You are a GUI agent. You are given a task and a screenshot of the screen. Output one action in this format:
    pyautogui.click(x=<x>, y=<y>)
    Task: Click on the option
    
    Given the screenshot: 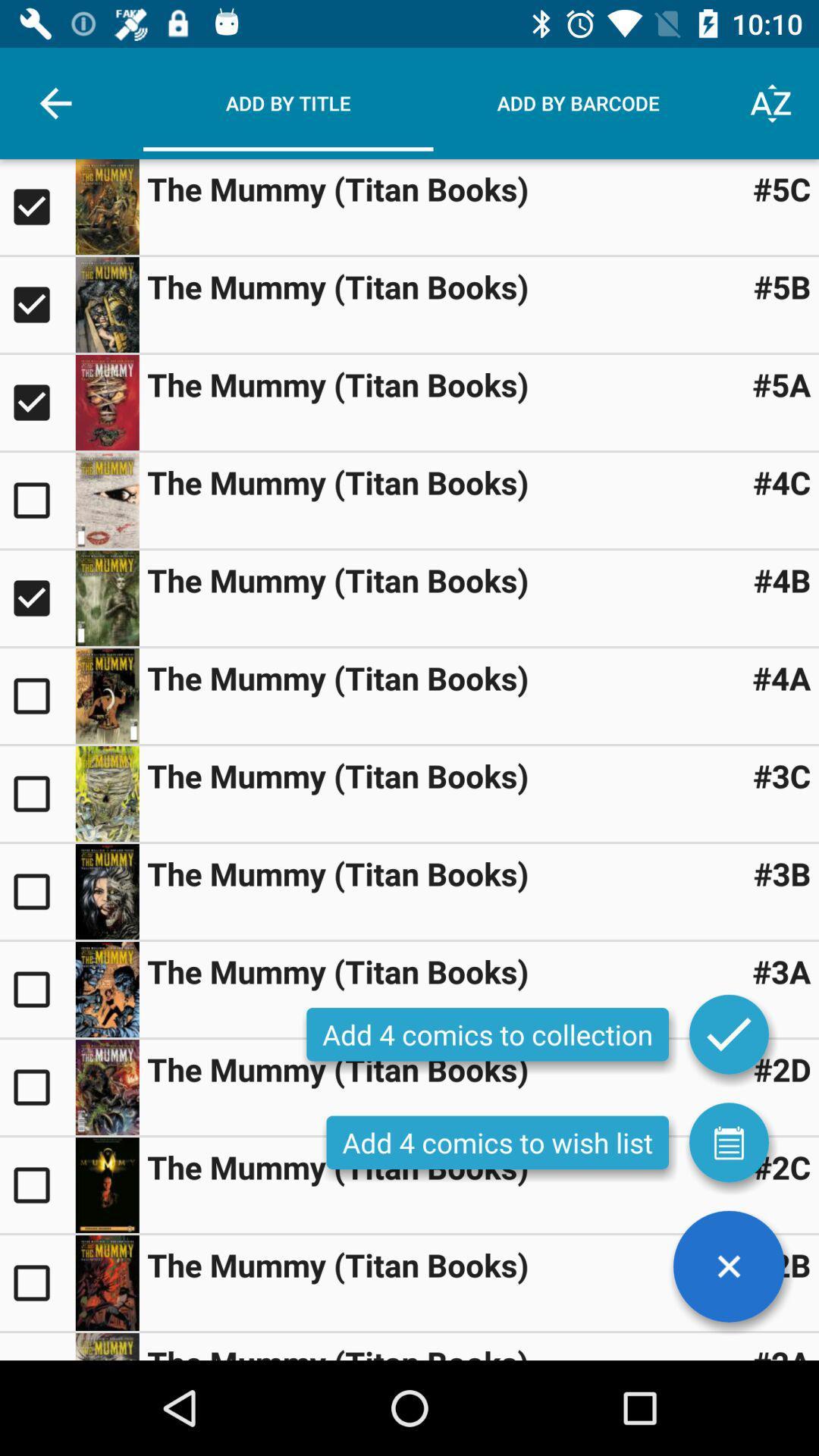 What is the action you would take?
    pyautogui.click(x=106, y=597)
    